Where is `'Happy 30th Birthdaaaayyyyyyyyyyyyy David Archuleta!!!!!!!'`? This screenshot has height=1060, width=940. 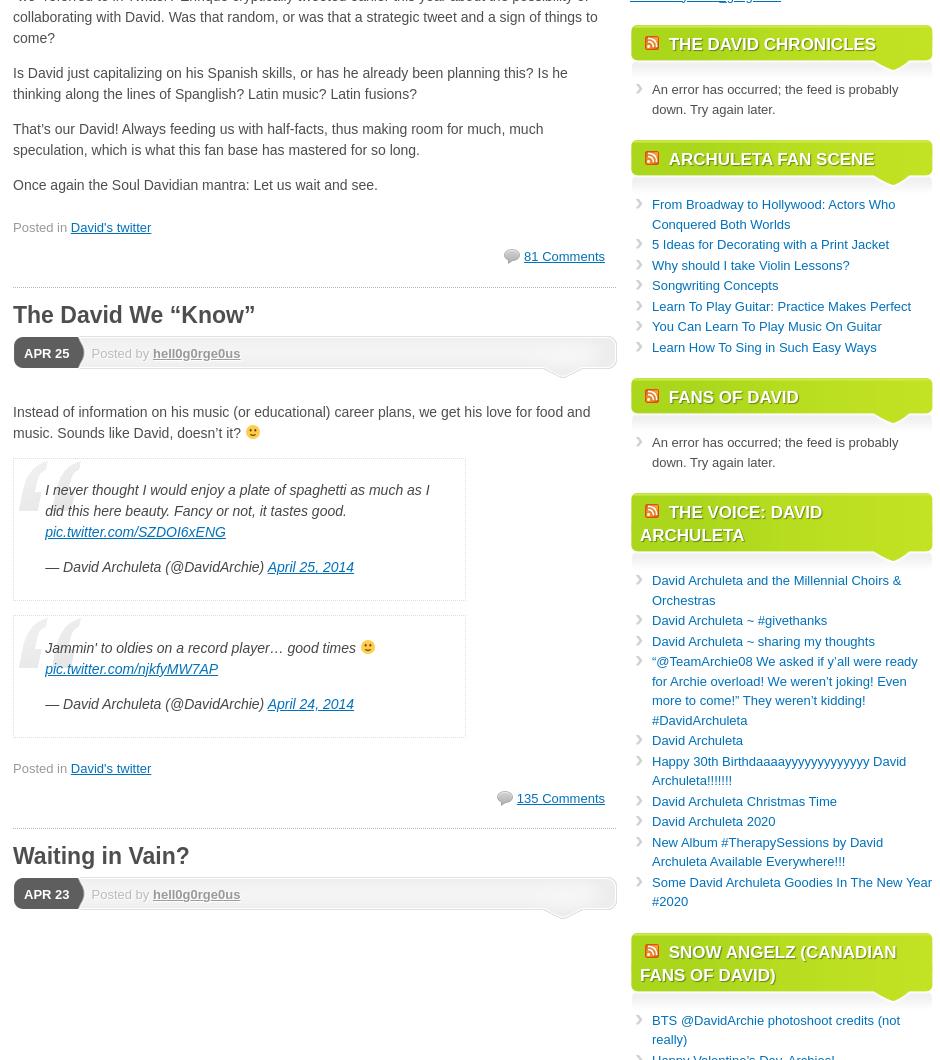 'Happy 30th Birthdaaaayyyyyyyyyyyyy David Archuleta!!!!!!!' is located at coordinates (777, 769).